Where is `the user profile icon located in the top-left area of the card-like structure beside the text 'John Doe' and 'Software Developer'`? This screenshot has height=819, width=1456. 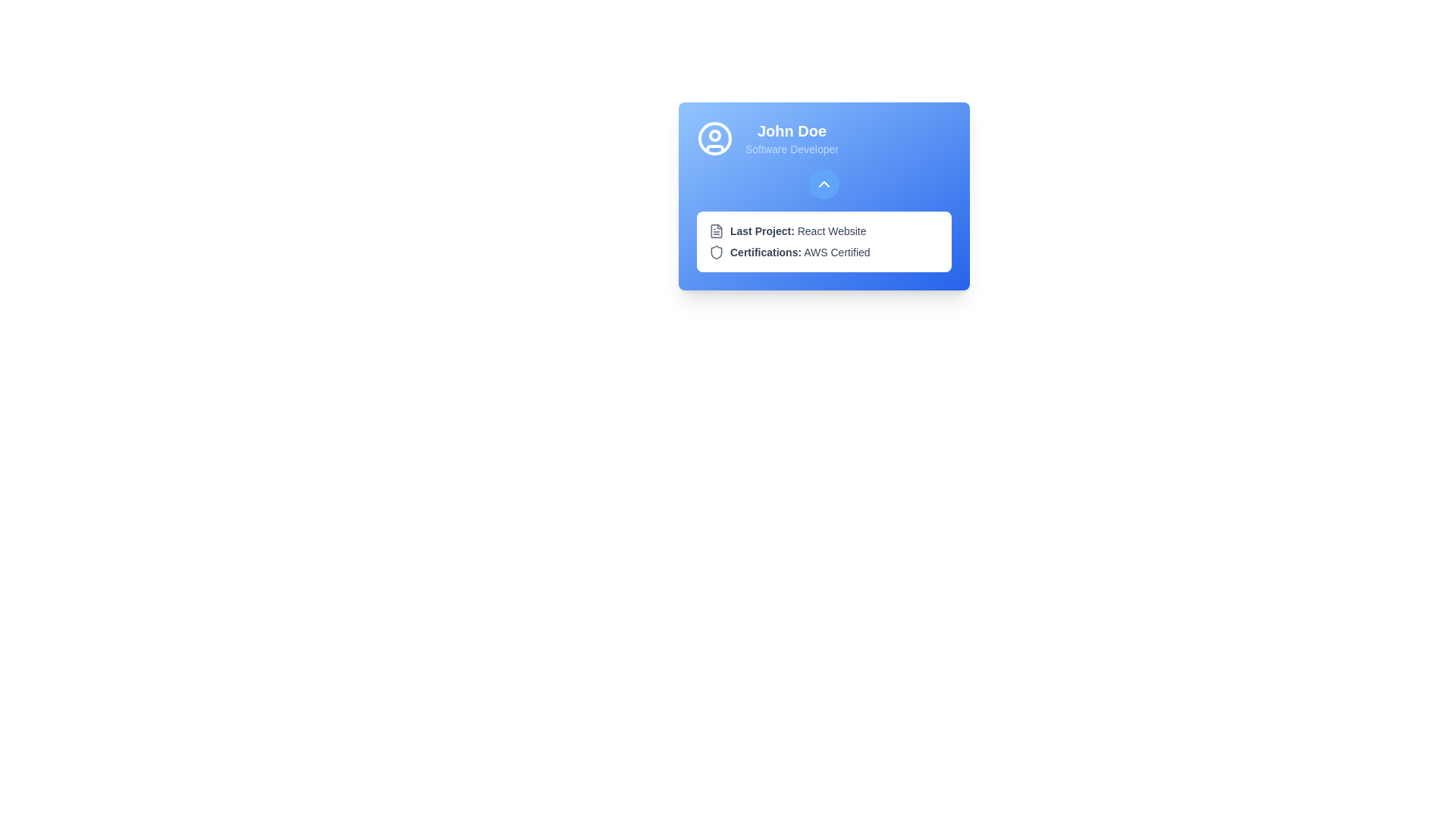 the user profile icon located in the top-left area of the card-like structure beside the text 'John Doe' and 'Software Developer' is located at coordinates (714, 138).